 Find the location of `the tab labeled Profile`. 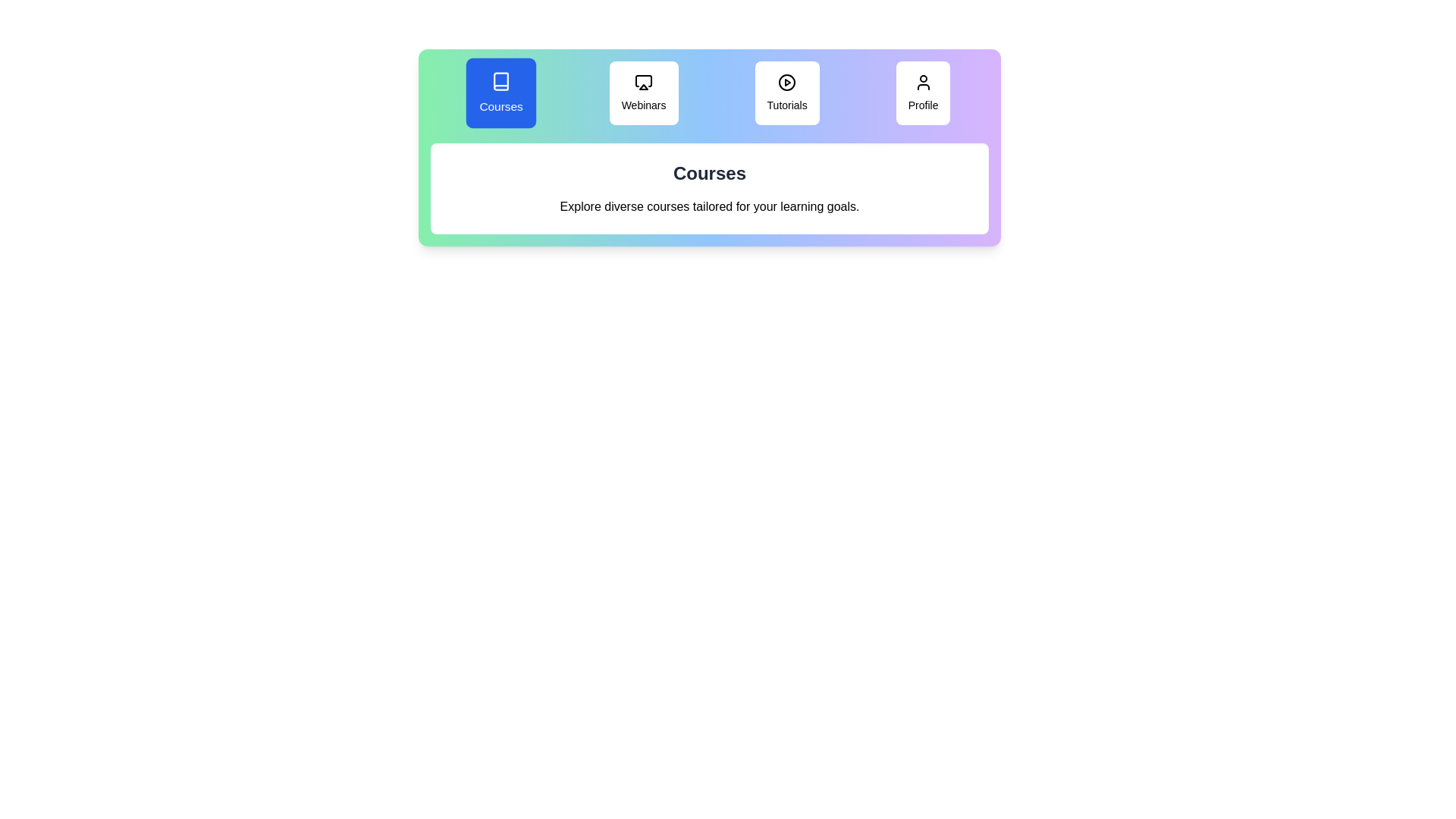

the tab labeled Profile is located at coordinates (922, 93).